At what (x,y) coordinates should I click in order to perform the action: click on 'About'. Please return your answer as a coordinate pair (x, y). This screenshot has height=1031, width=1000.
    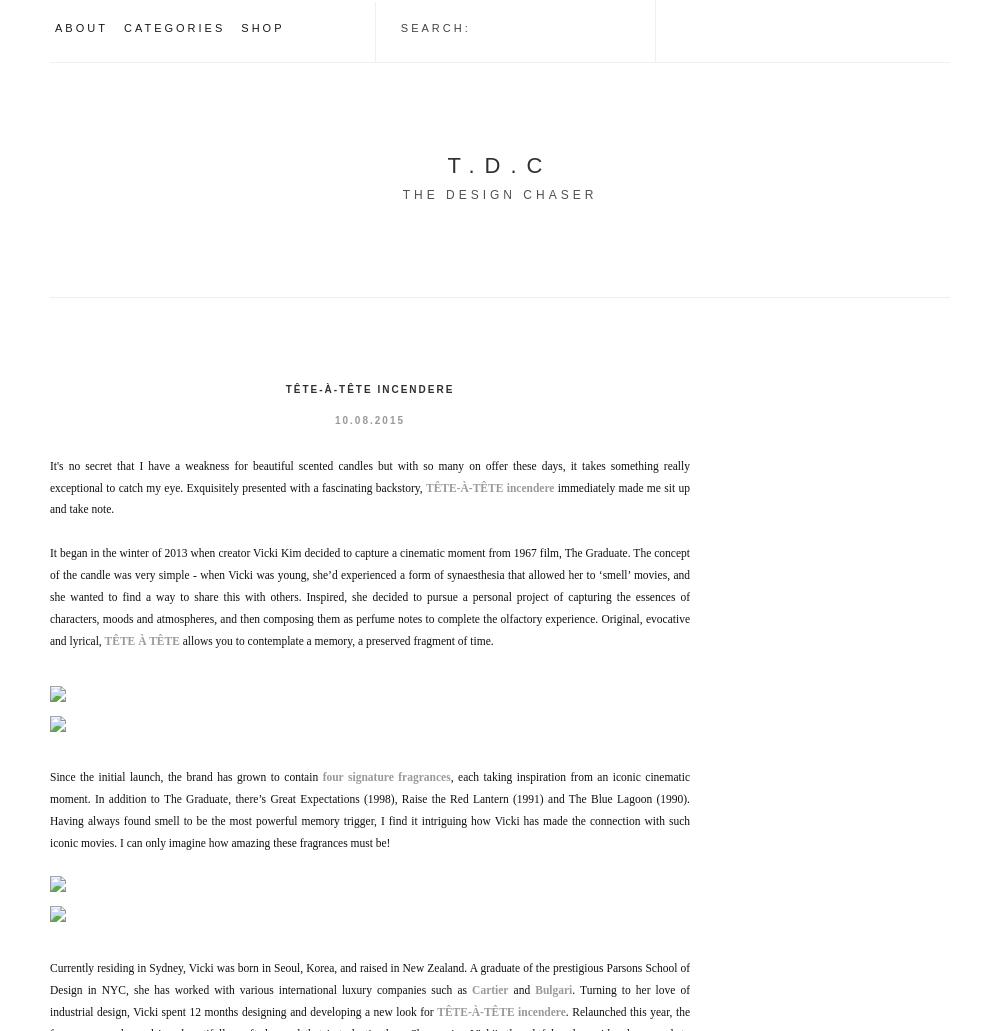
    Looking at the image, I should click on (80, 28).